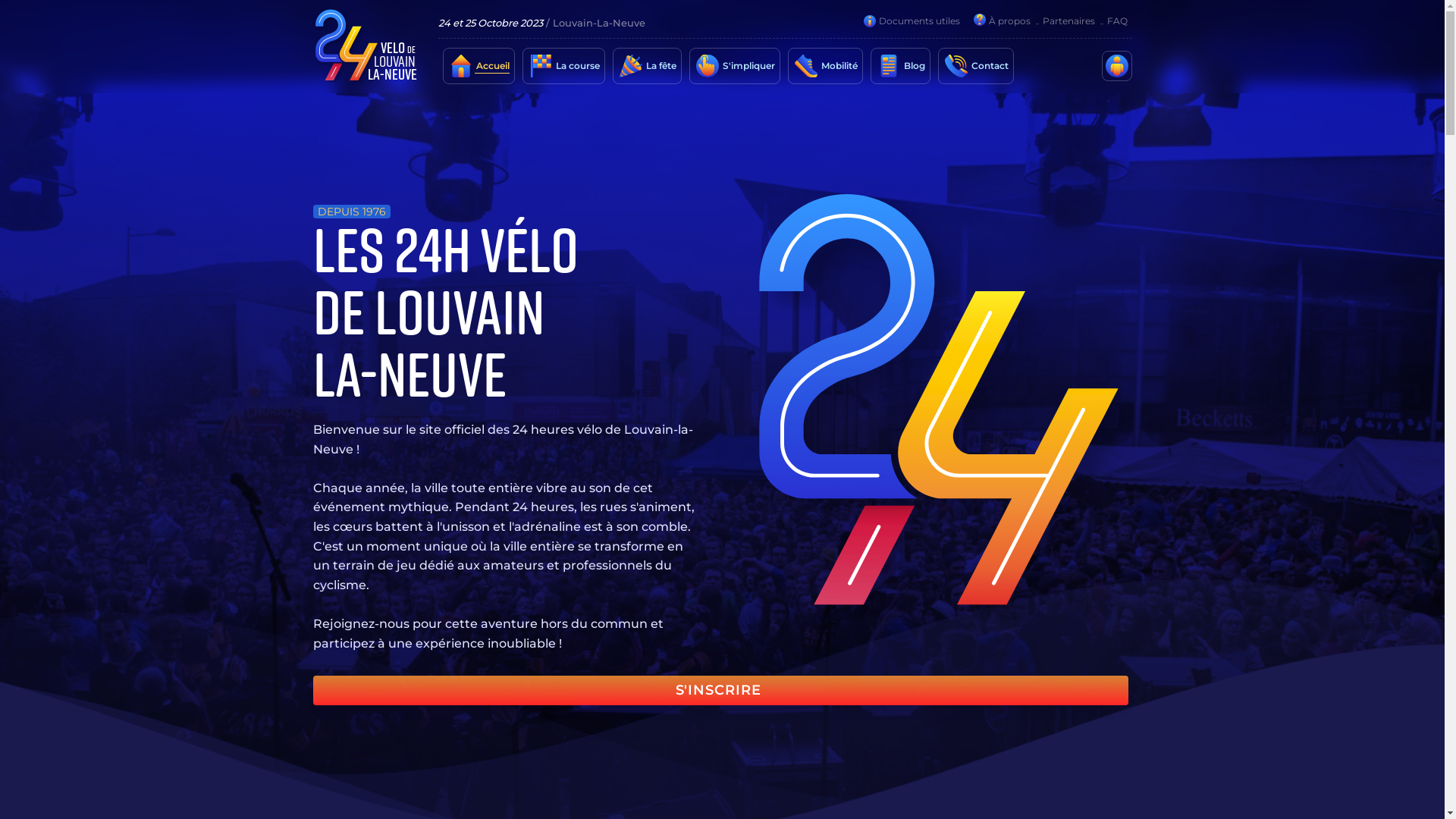  What do you see at coordinates (877, 20) in the screenshot?
I see `'Documents utiles'` at bounding box center [877, 20].